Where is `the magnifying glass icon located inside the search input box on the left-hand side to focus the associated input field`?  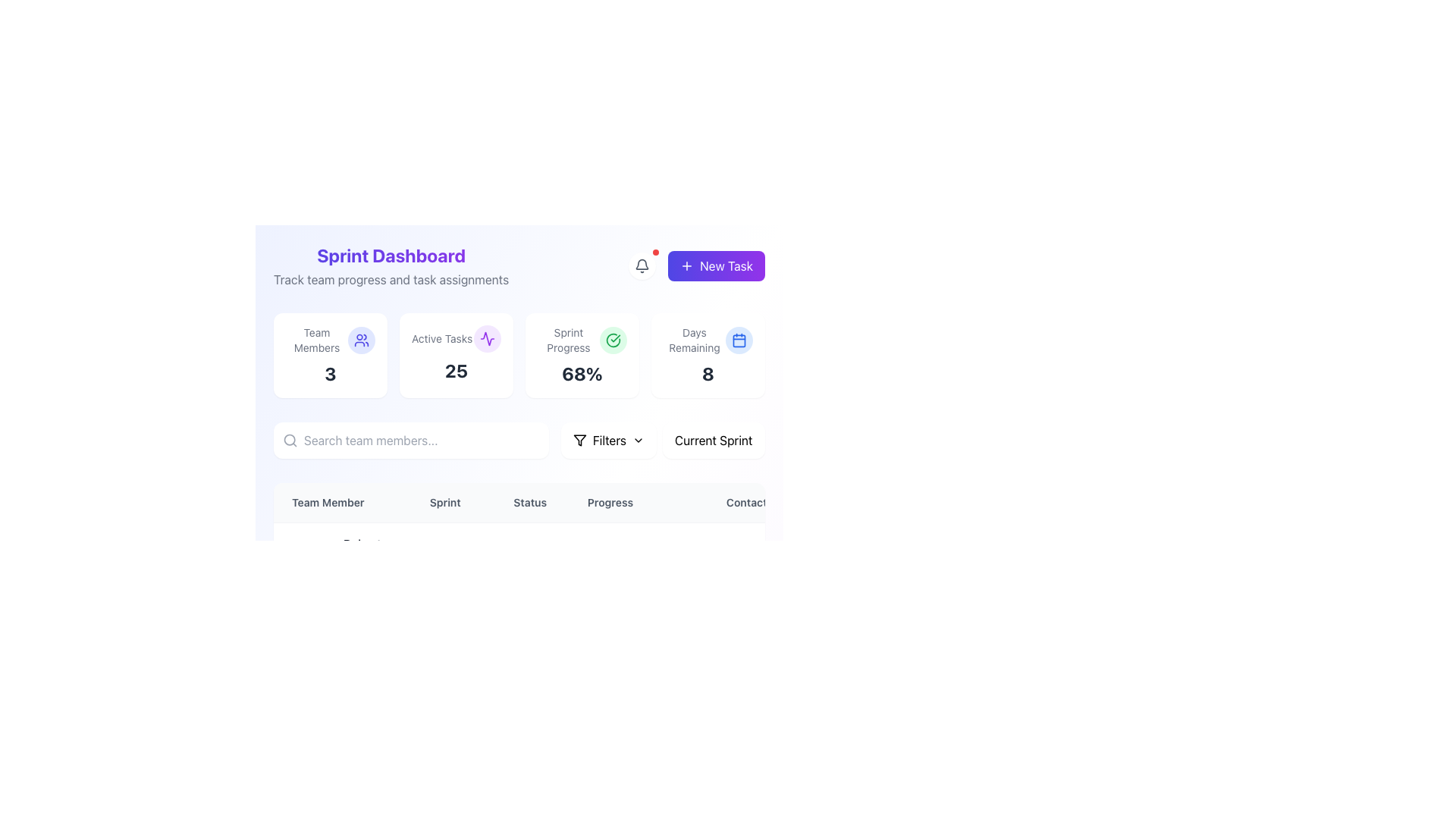
the magnifying glass icon located inside the search input box on the left-hand side to focus the associated input field is located at coordinates (290, 441).